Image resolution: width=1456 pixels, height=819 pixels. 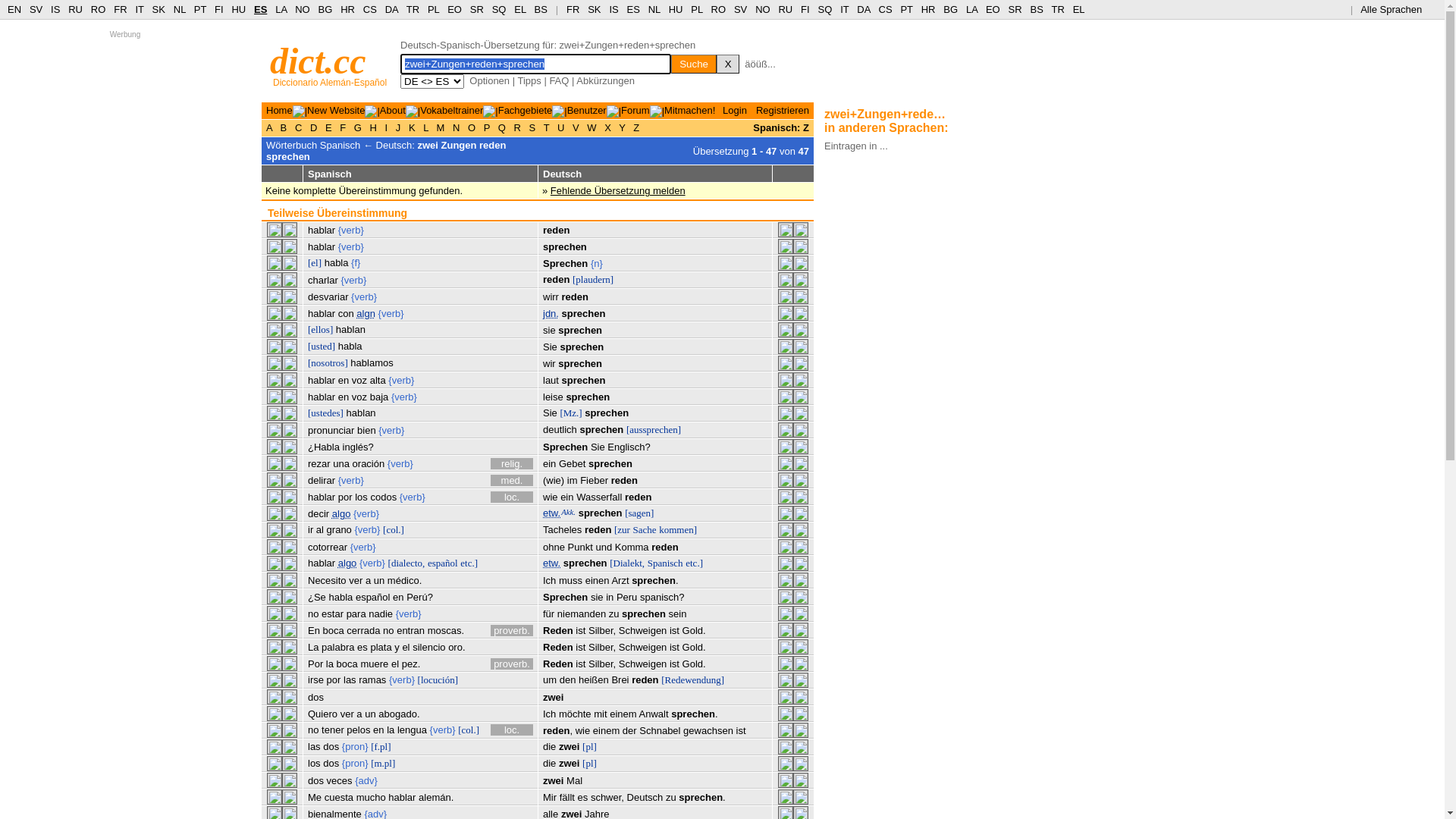 What do you see at coordinates (388, 563) in the screenshot?
I see `'[dialecto,'` at bounding box center [388, 563].